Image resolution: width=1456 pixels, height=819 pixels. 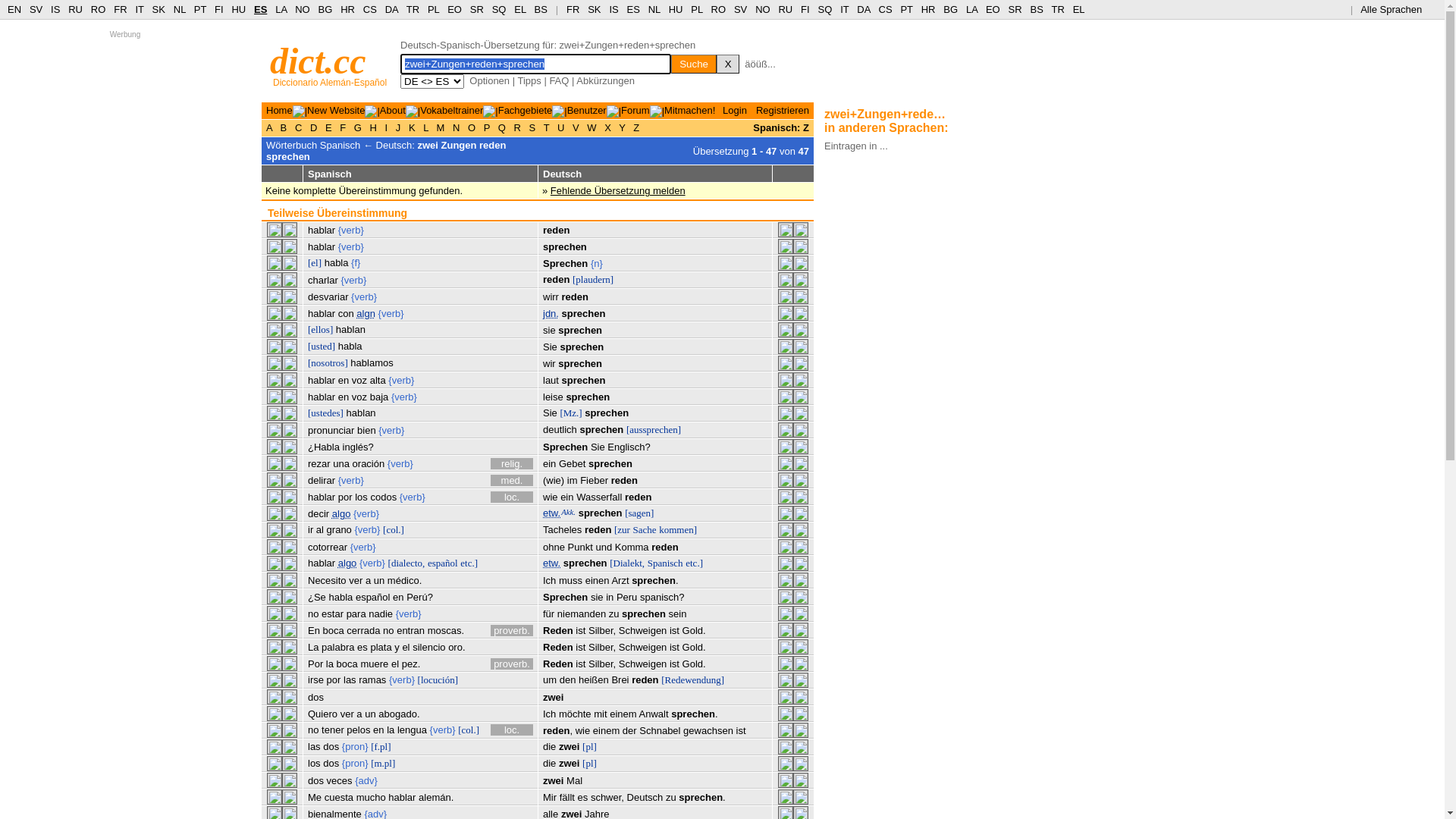 What do you see at coordinates (388, 563) in the screenshot?
I see `'[dialecto,'` at bounding box center [388, 563].